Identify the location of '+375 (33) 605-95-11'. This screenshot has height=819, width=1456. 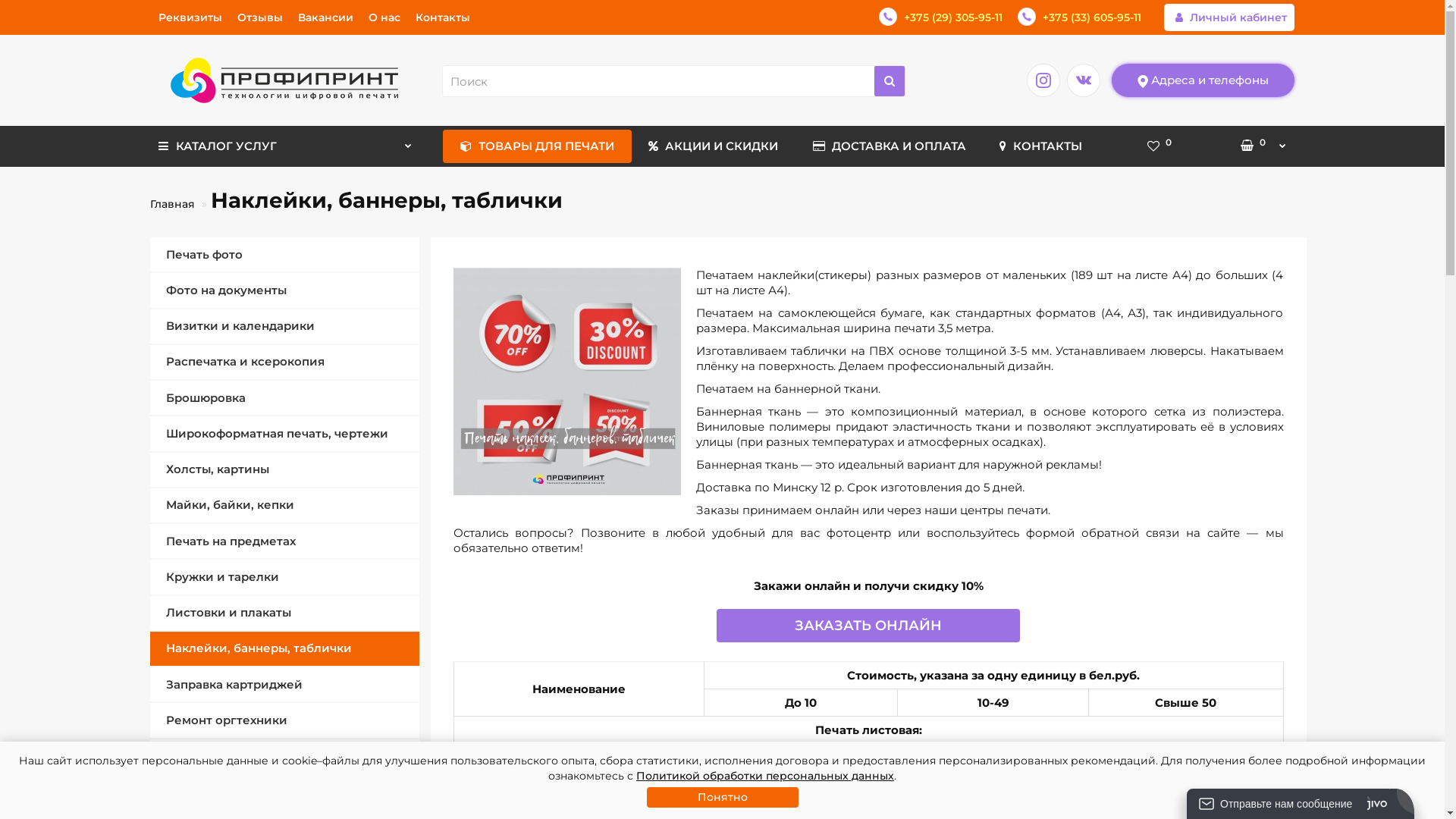
(1078, 17).